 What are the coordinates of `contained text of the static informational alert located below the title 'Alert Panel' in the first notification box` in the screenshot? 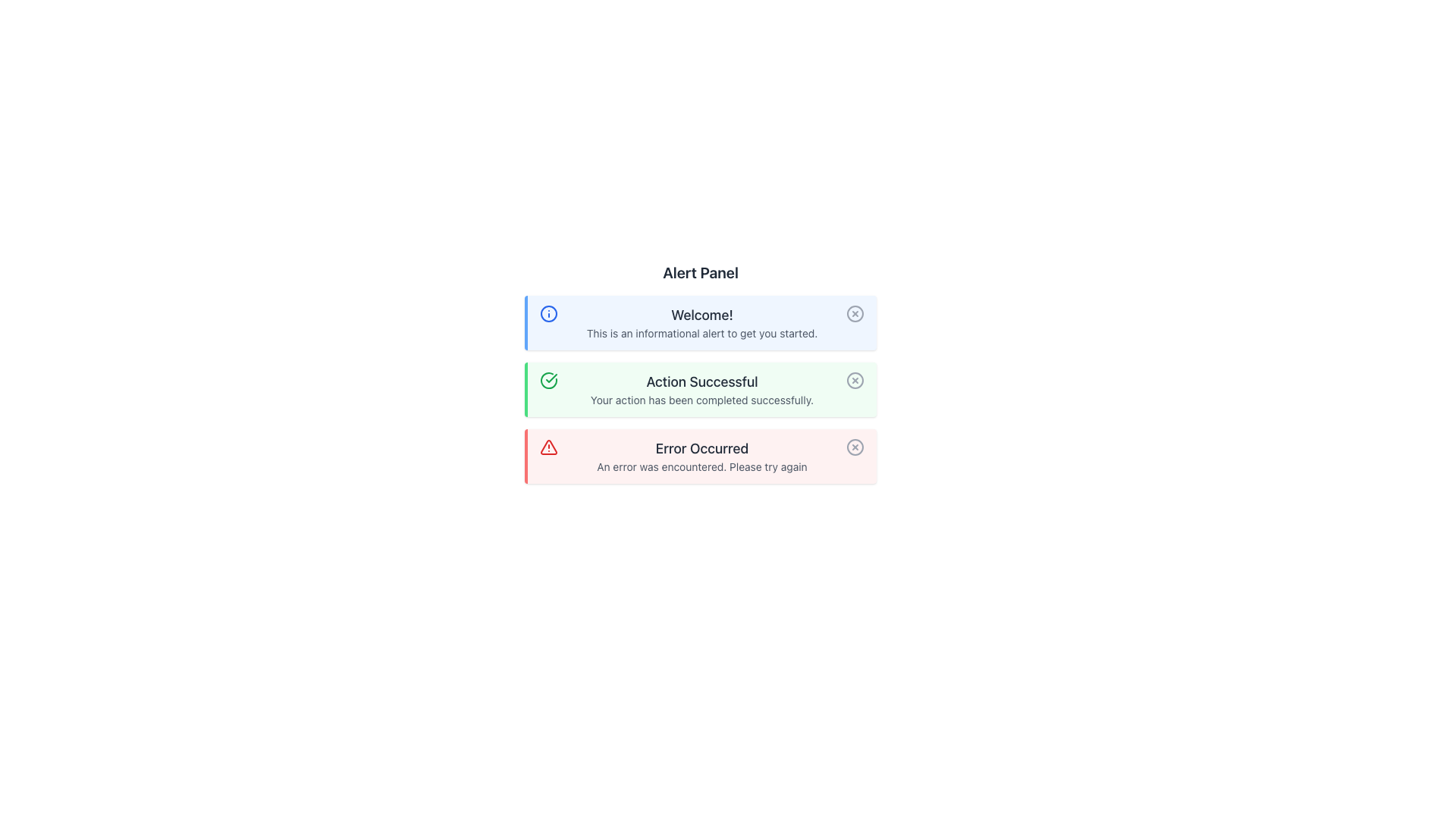 It's located at (701, 322).